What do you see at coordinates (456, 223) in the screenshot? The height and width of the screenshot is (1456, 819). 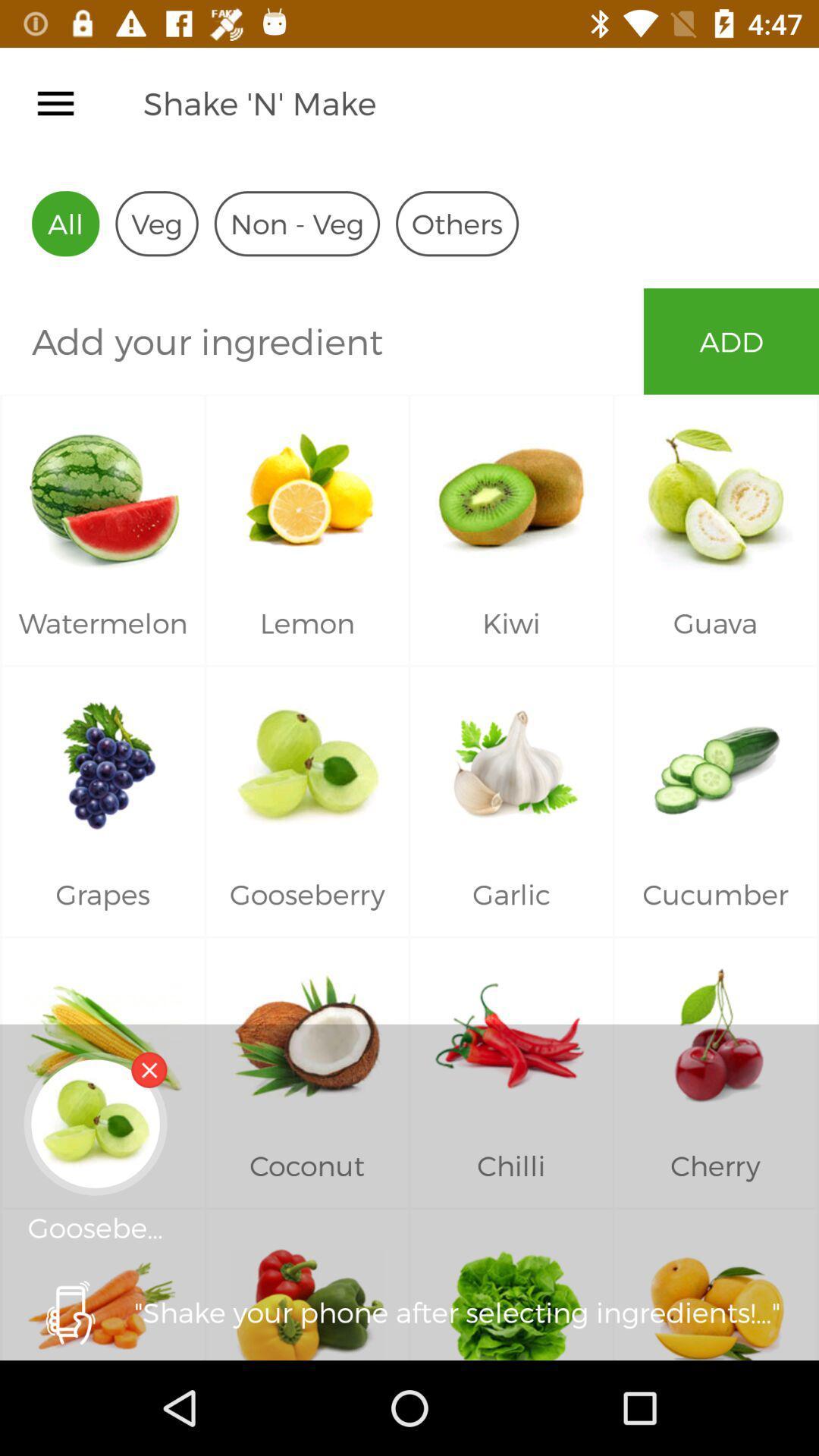 I see `others icon` at bounding box center [456, 223].